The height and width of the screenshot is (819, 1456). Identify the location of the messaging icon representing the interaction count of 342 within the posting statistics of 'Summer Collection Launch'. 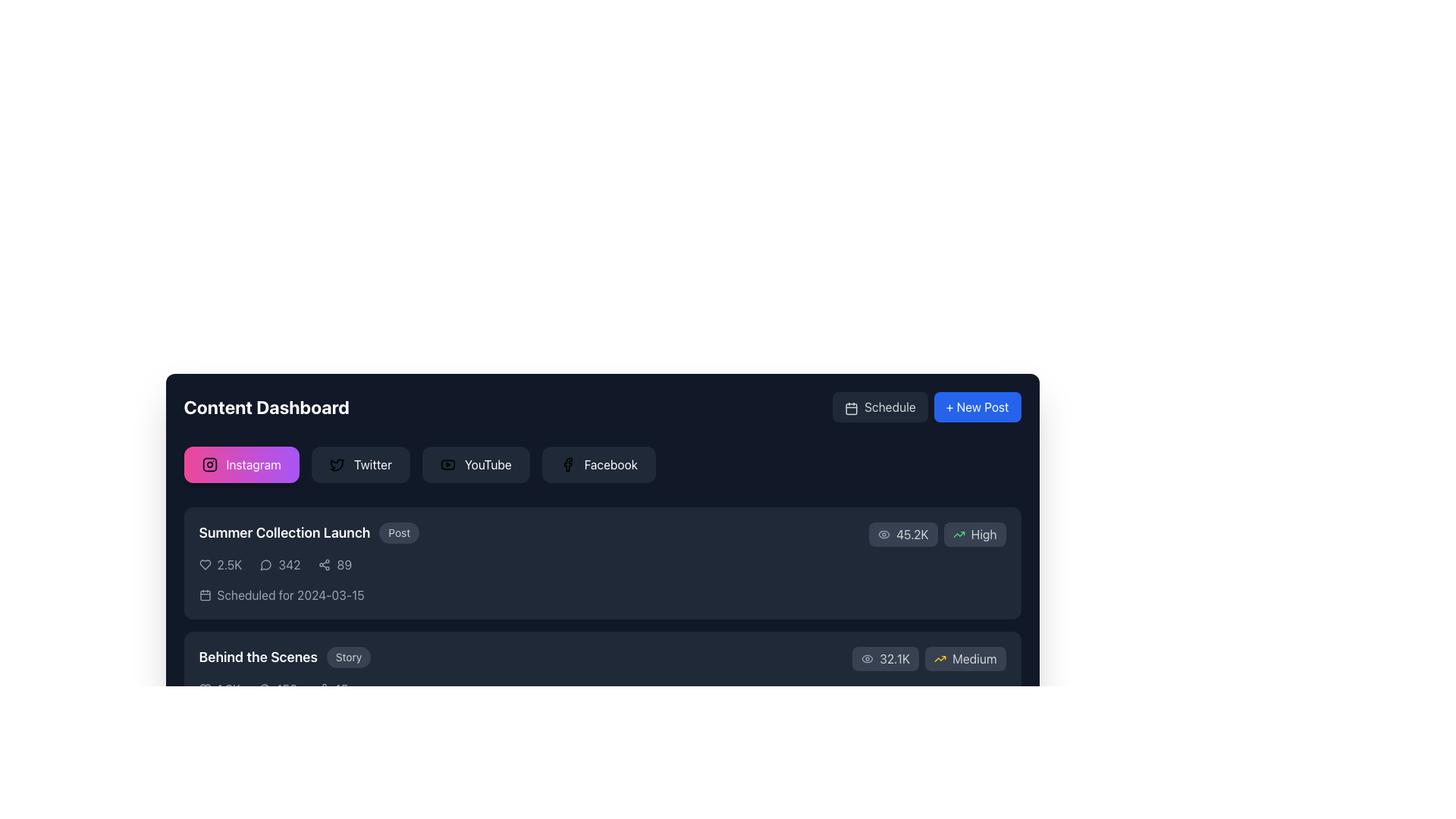
(265, 565).